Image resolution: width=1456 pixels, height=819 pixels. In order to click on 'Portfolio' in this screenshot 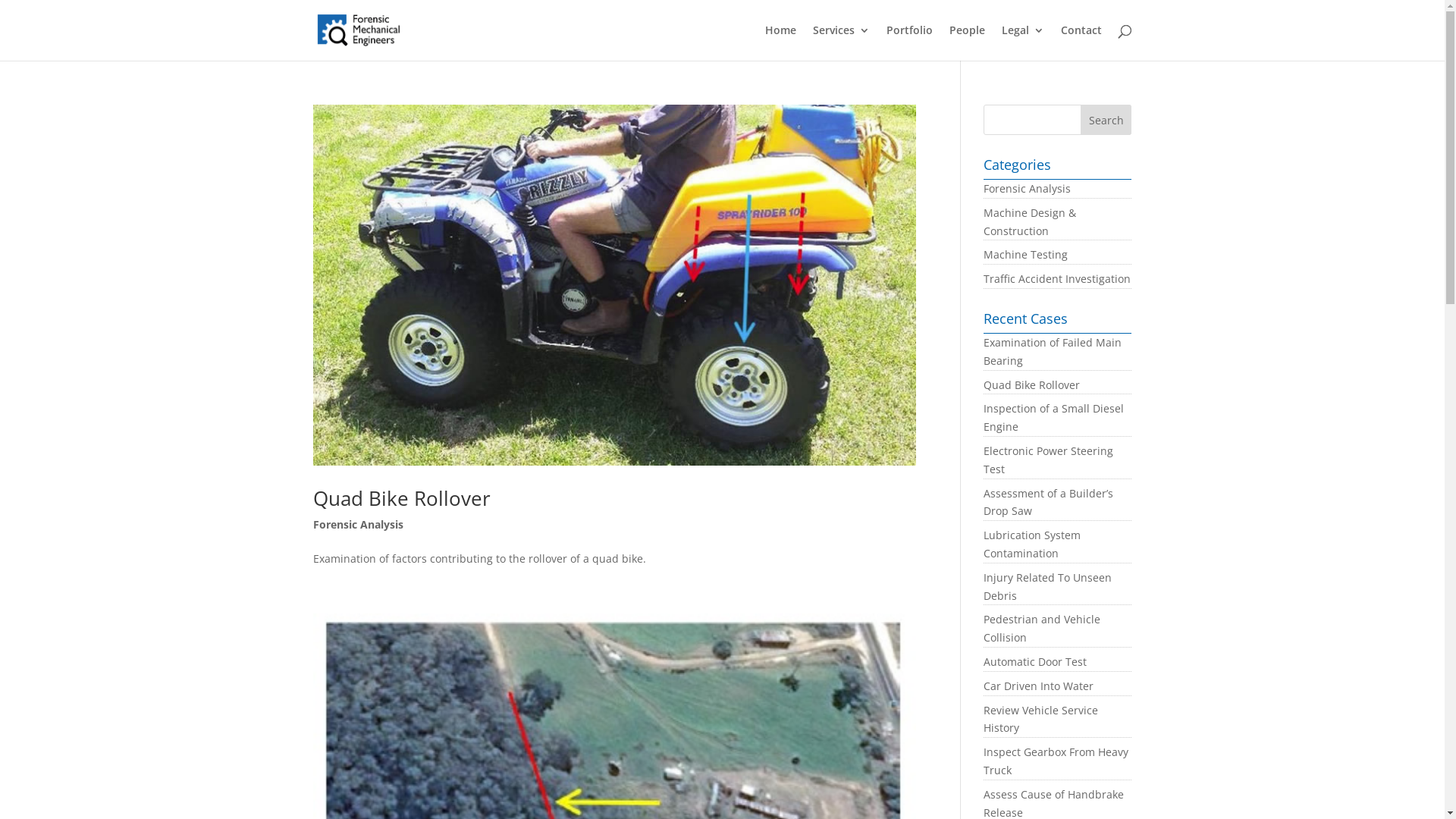, I will do `click(908, 42)`.